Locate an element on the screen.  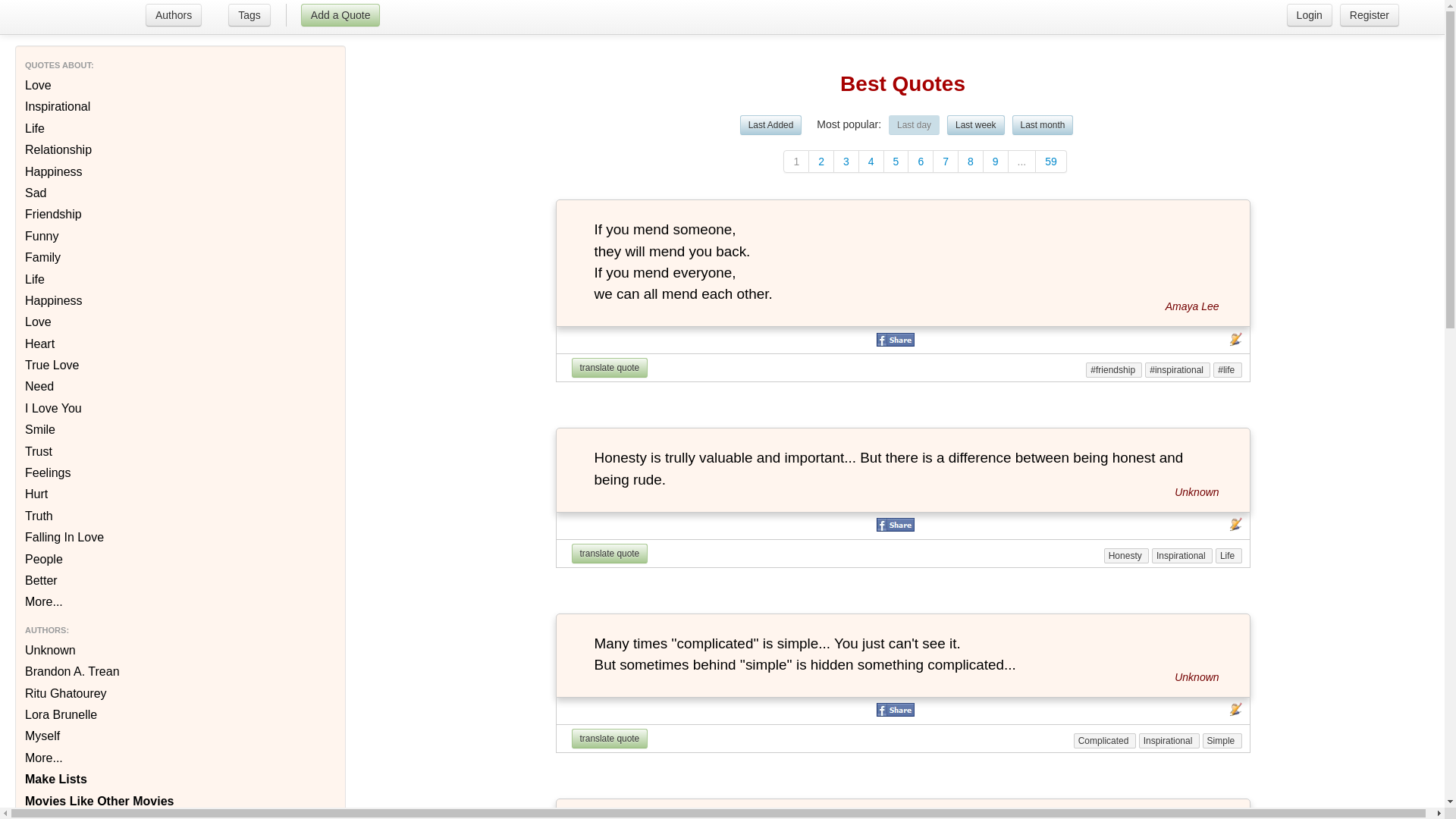
'Tags' is located at coordinates (249, 14).